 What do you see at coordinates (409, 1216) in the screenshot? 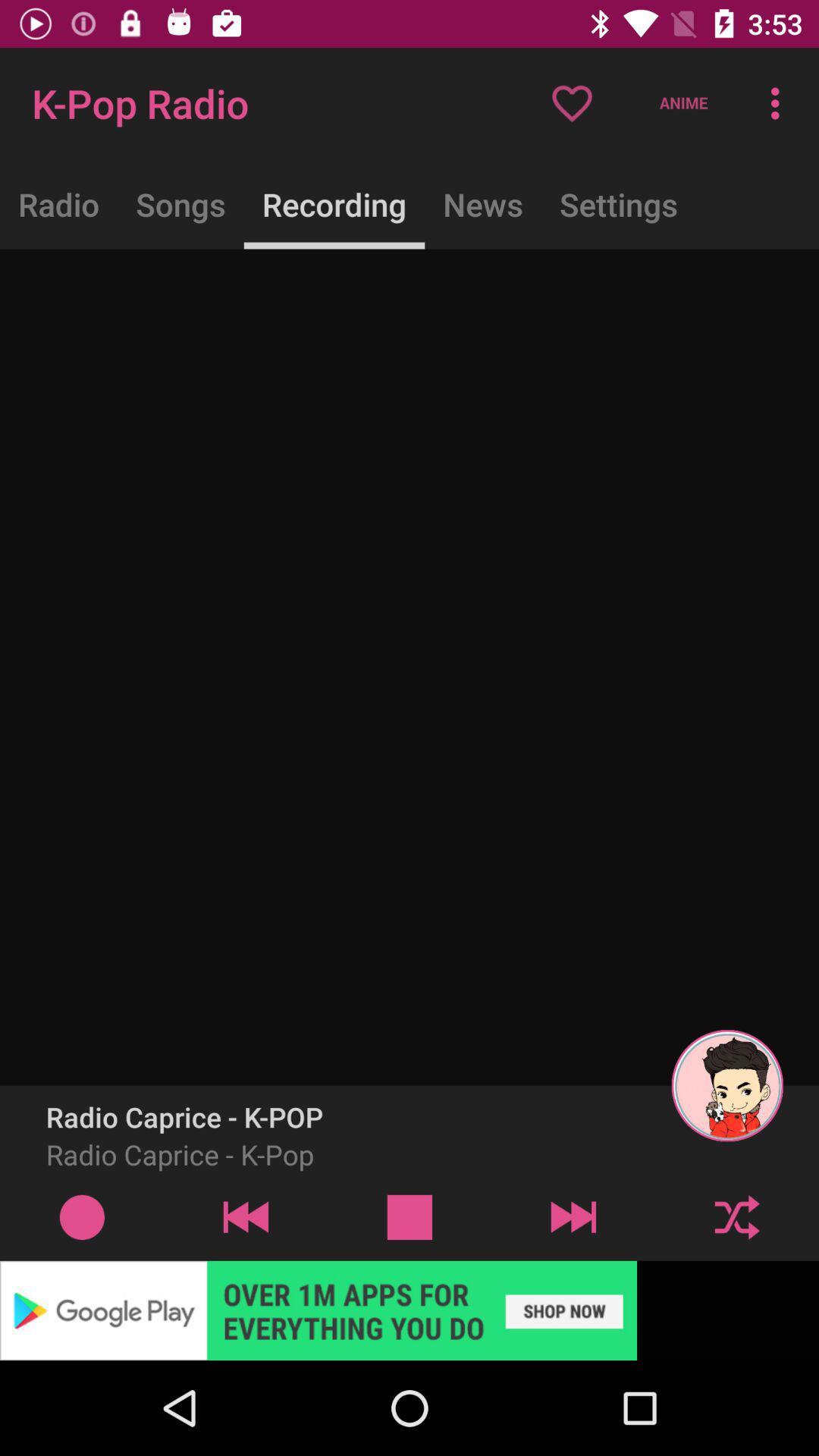
I see `stop the songs` at bounding box center [409, 1216].